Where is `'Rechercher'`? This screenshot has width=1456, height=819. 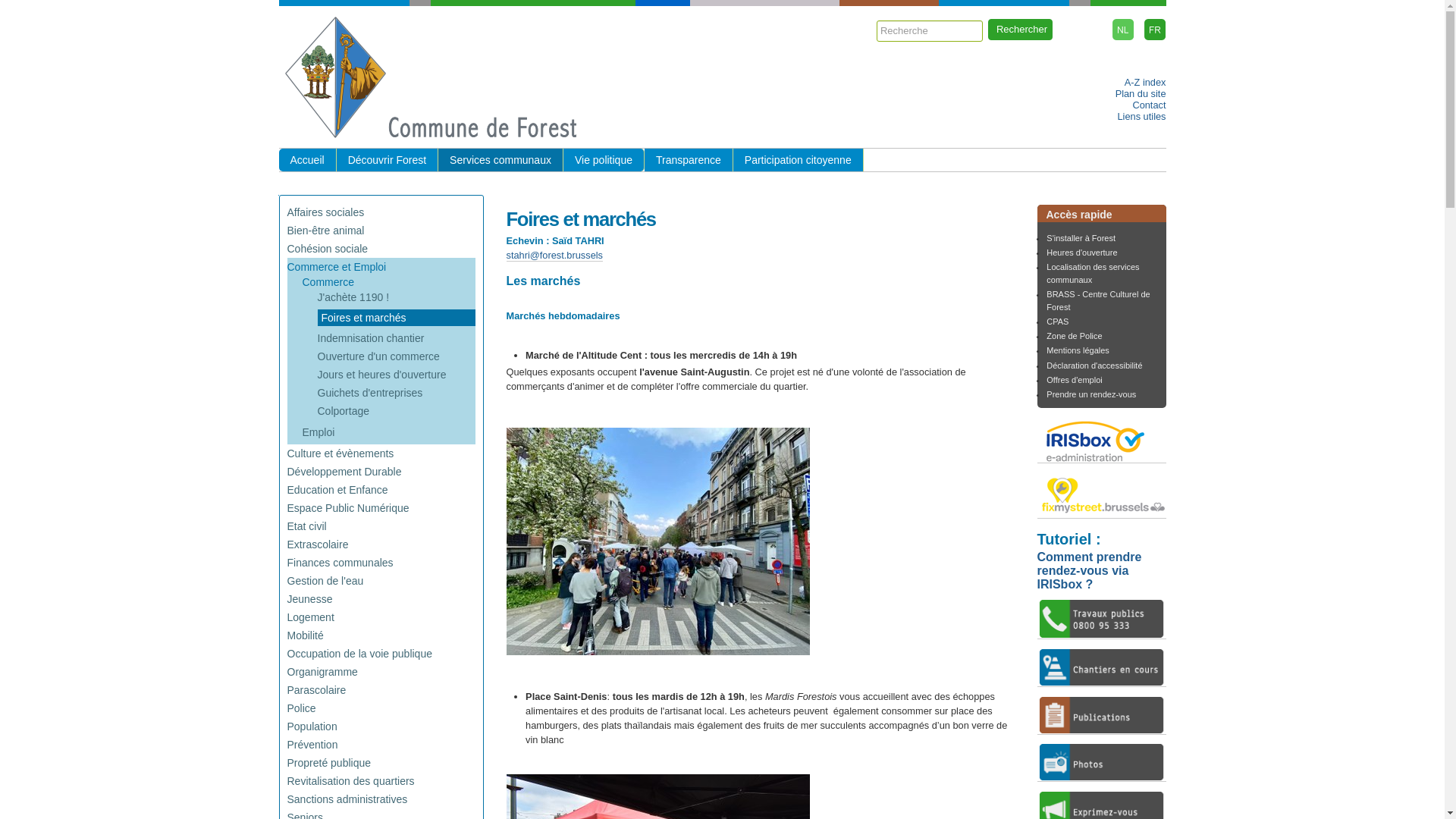
'Rechercher' is located at coordinates (1020, 29).